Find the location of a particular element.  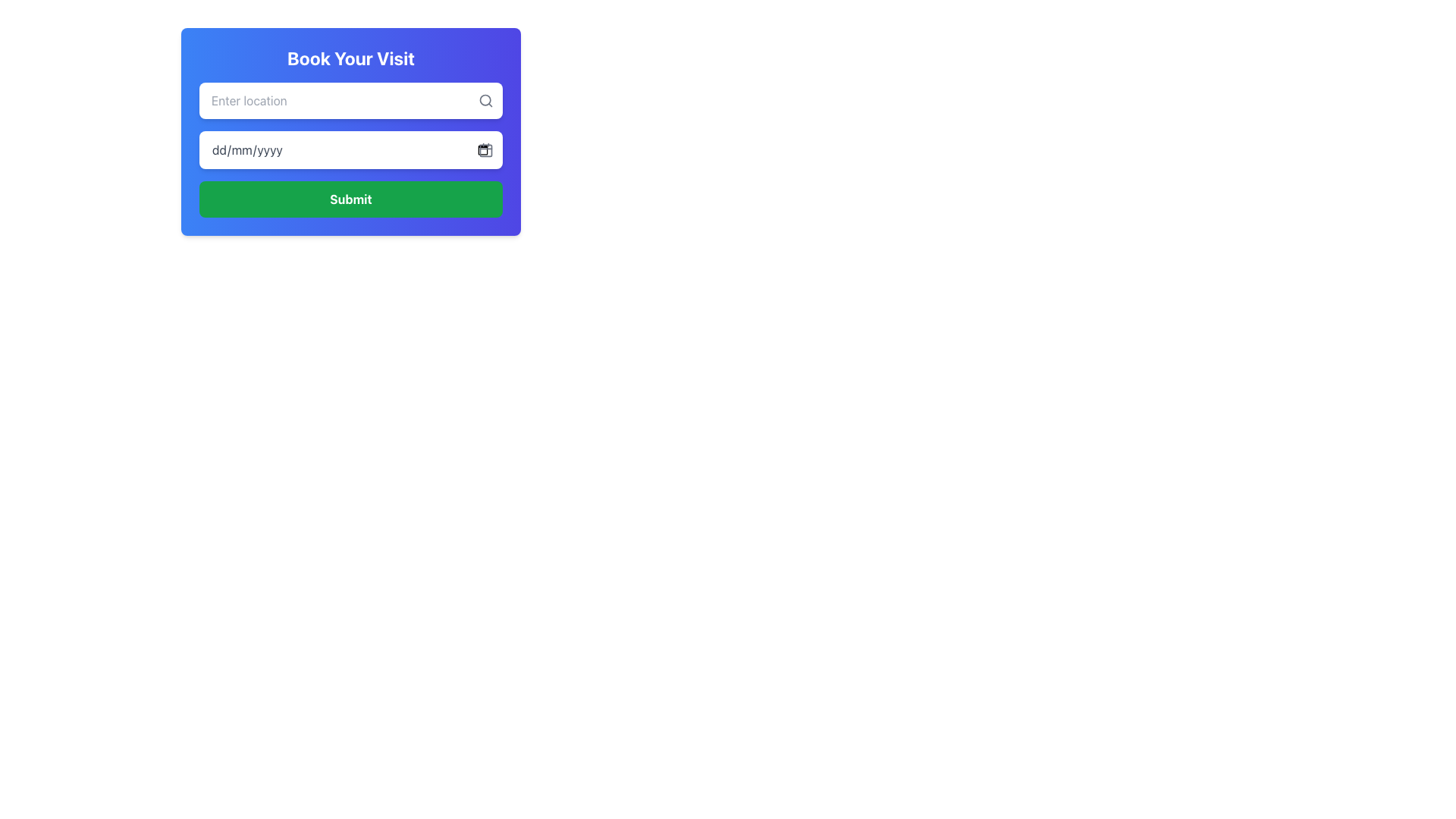

the magnifying glass icon located to the right of the 'Enter location' text input field, which is styled minimally with rounded edges and a circular border is located at coordinates (486, 100).